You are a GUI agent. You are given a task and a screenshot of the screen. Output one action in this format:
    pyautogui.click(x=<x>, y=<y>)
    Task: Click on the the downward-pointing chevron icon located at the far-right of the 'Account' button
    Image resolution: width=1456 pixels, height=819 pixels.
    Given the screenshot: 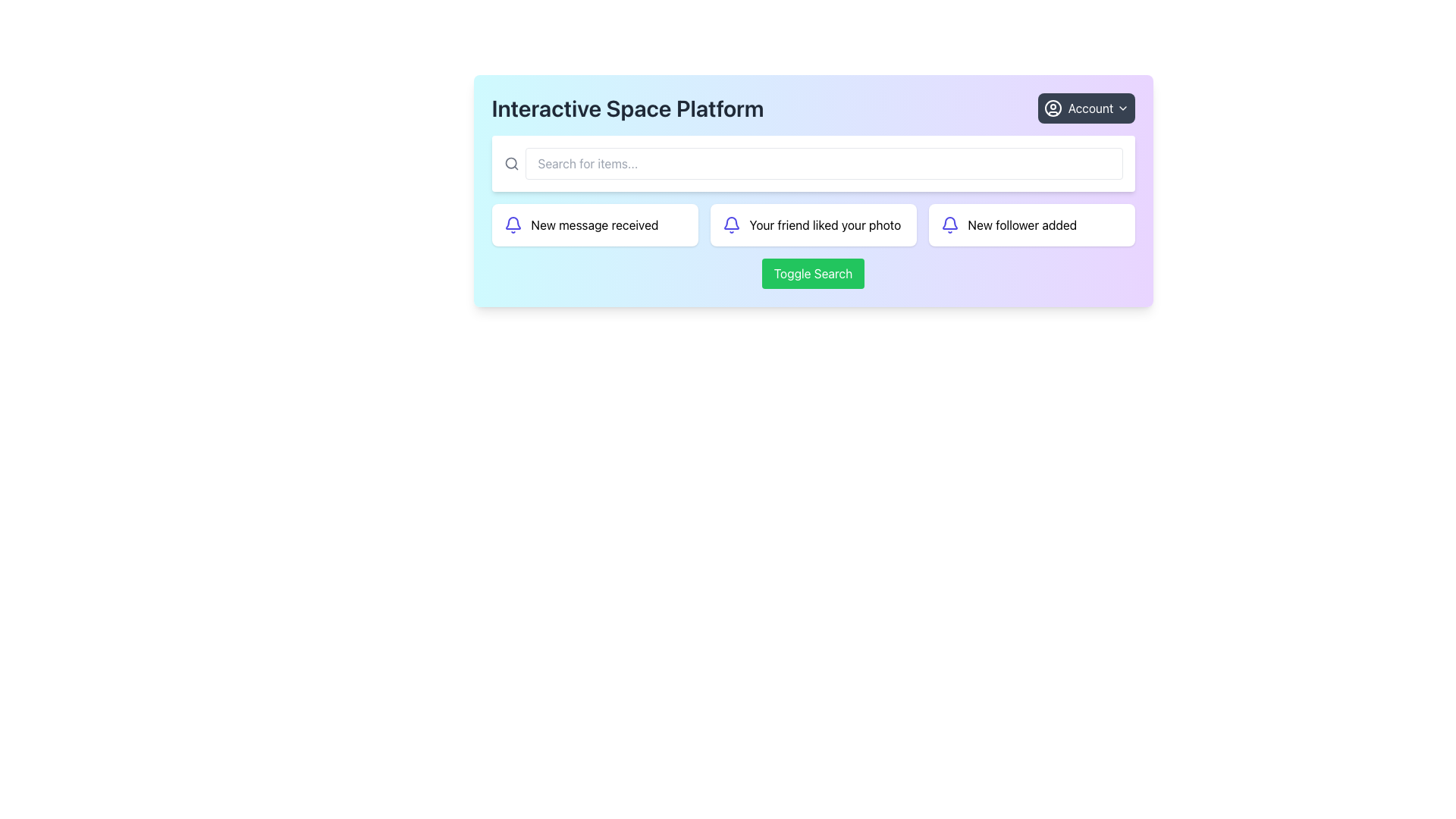 What is the action you would take?
    pyautogui.click(x=1122, y=107)
    